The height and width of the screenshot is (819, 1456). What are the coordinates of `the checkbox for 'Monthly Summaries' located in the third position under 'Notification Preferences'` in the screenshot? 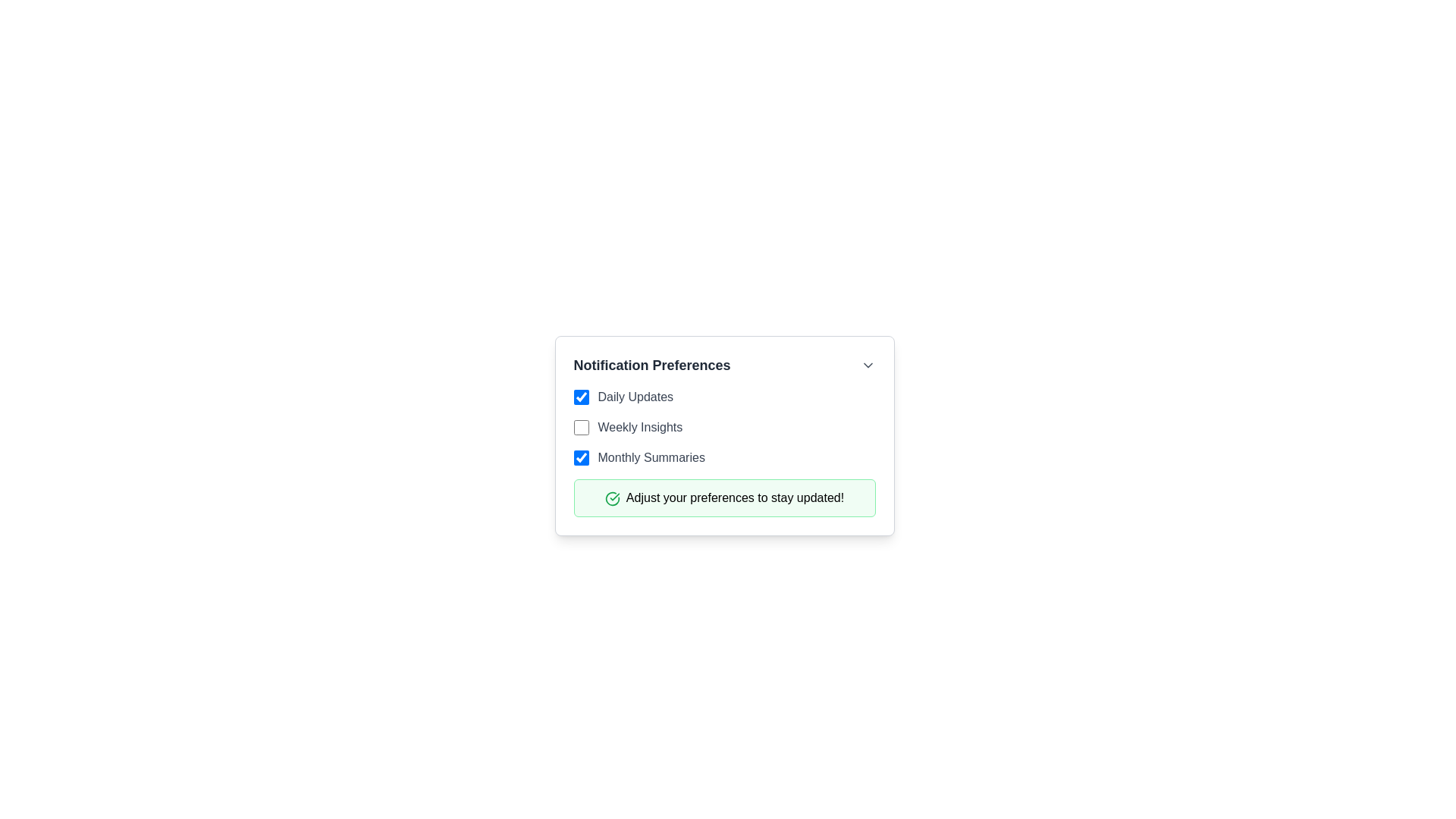 It's located at (580, 457).